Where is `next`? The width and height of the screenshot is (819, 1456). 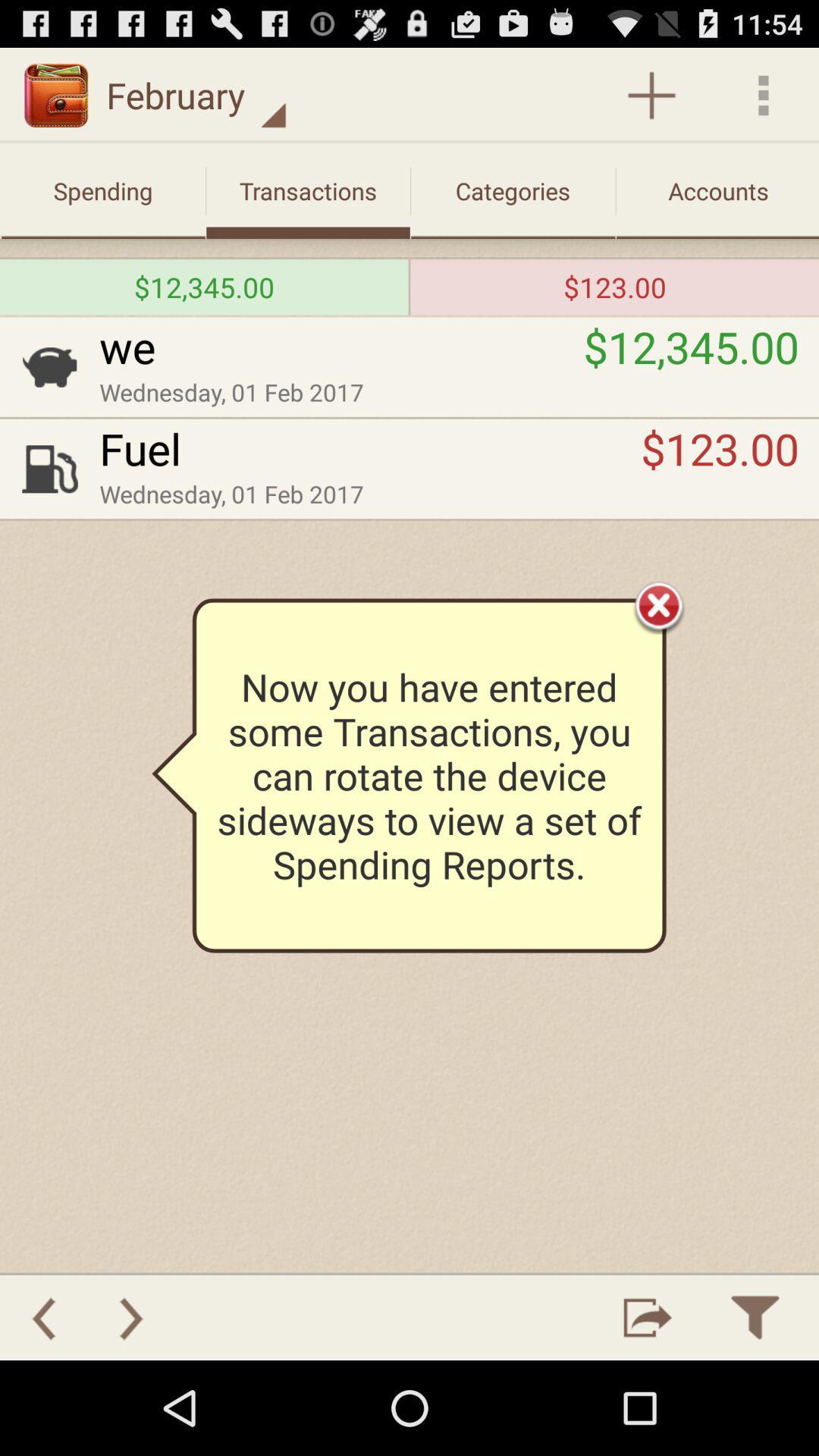
next is located at coordinates (130, 1316).